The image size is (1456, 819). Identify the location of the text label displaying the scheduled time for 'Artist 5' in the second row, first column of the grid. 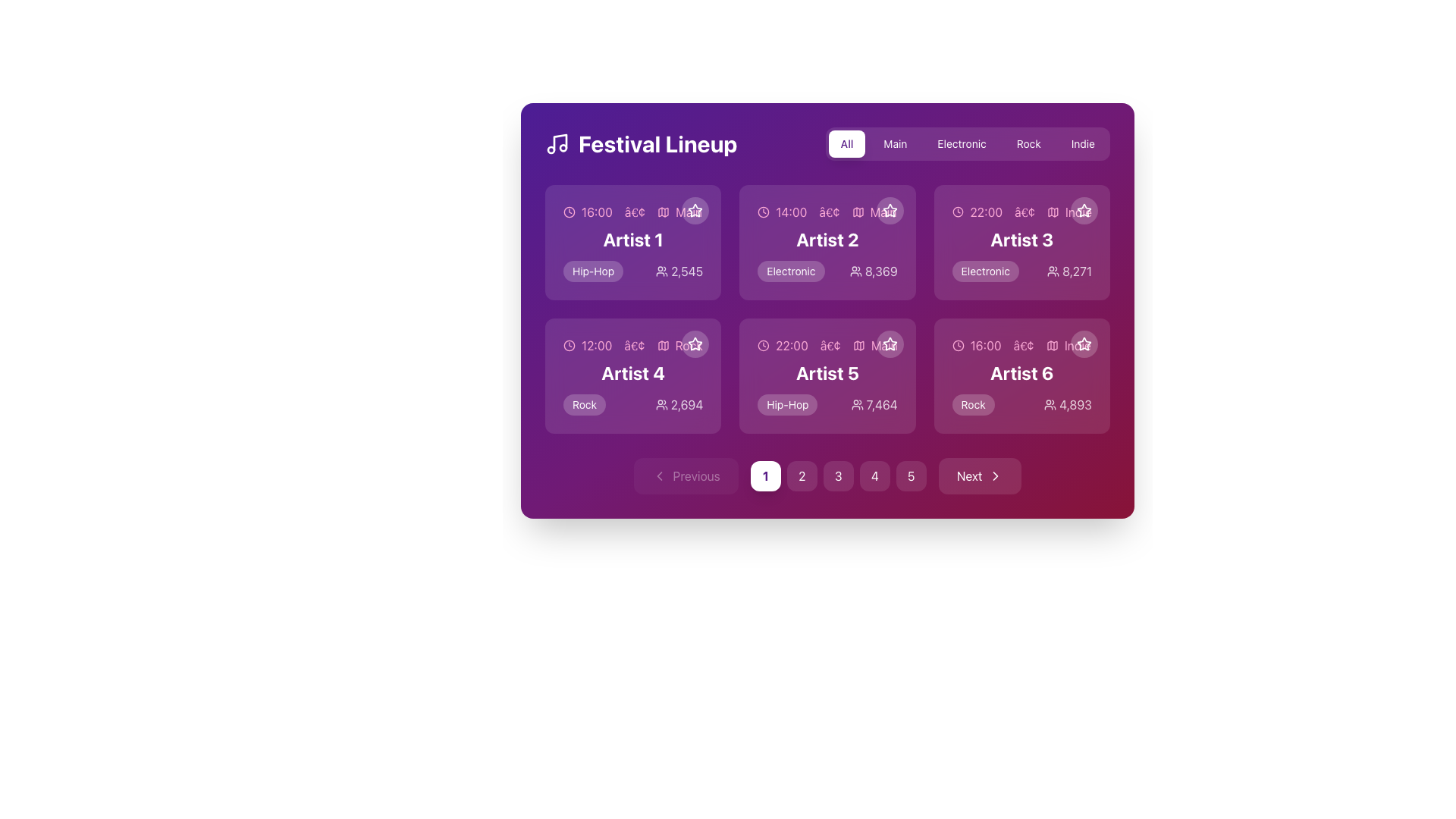
(791, 345).